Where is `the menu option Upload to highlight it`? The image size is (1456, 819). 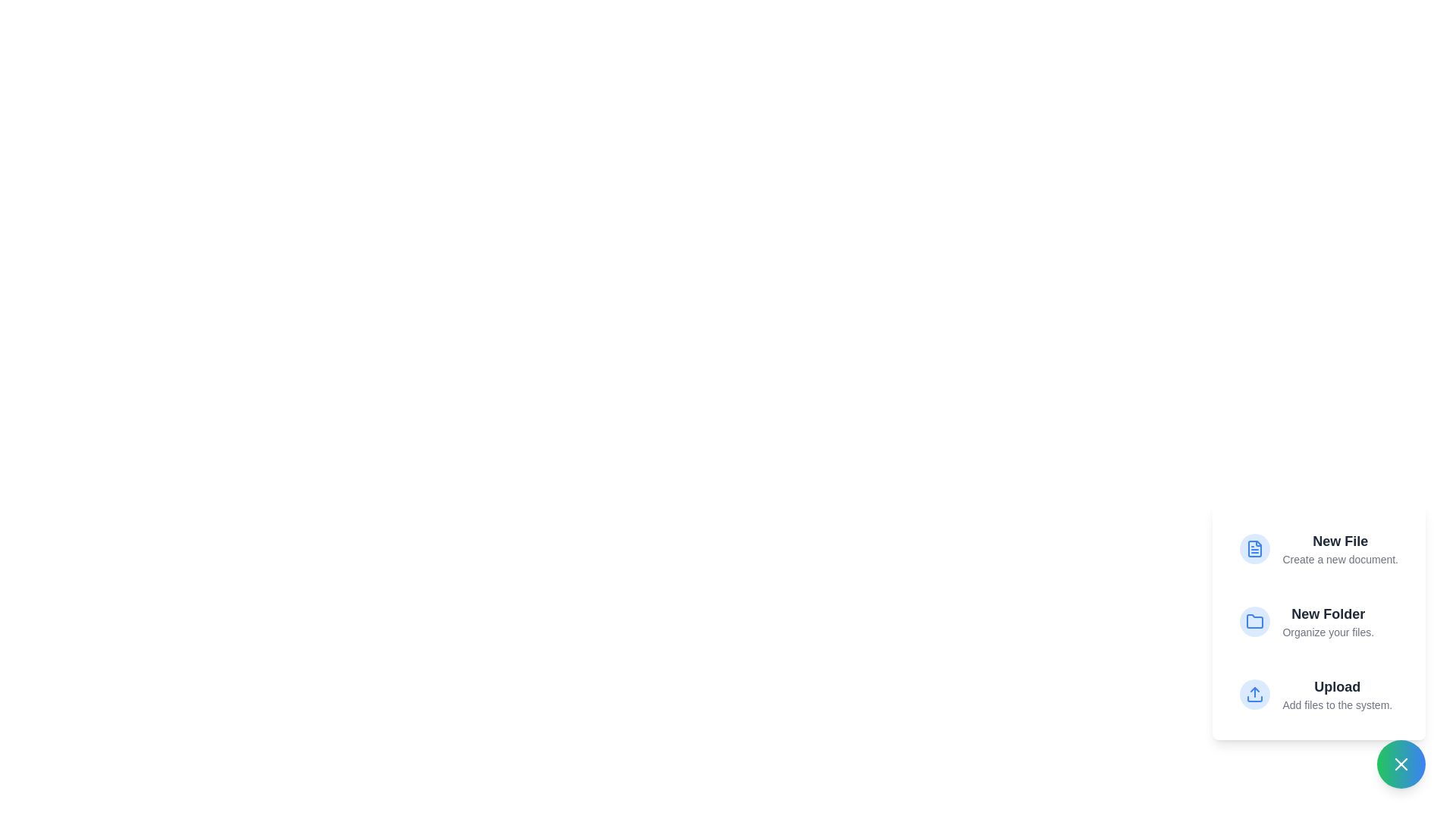
the menu option Upload to highlight it is located at coordinates (1318, 694).